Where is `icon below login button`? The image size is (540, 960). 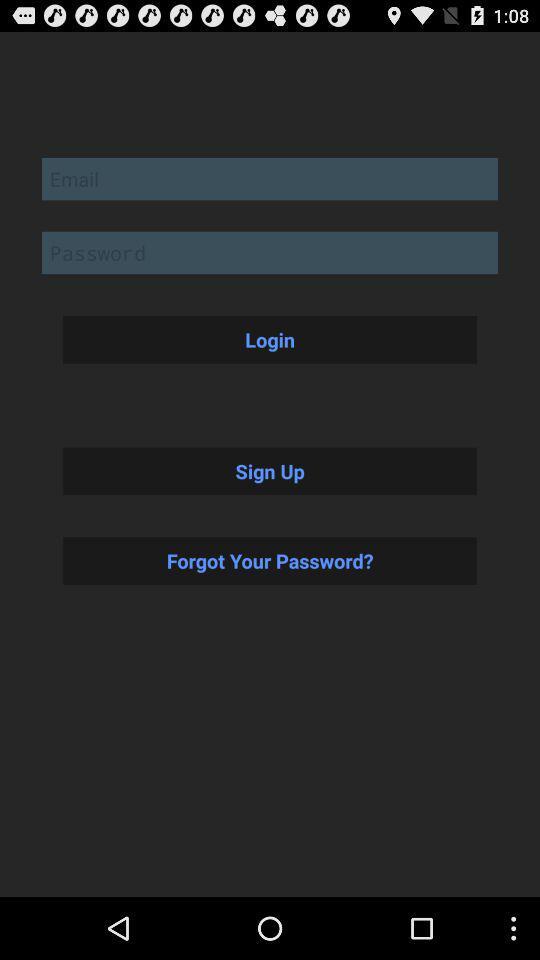 icon below login button is located at coordinates (270, 471).